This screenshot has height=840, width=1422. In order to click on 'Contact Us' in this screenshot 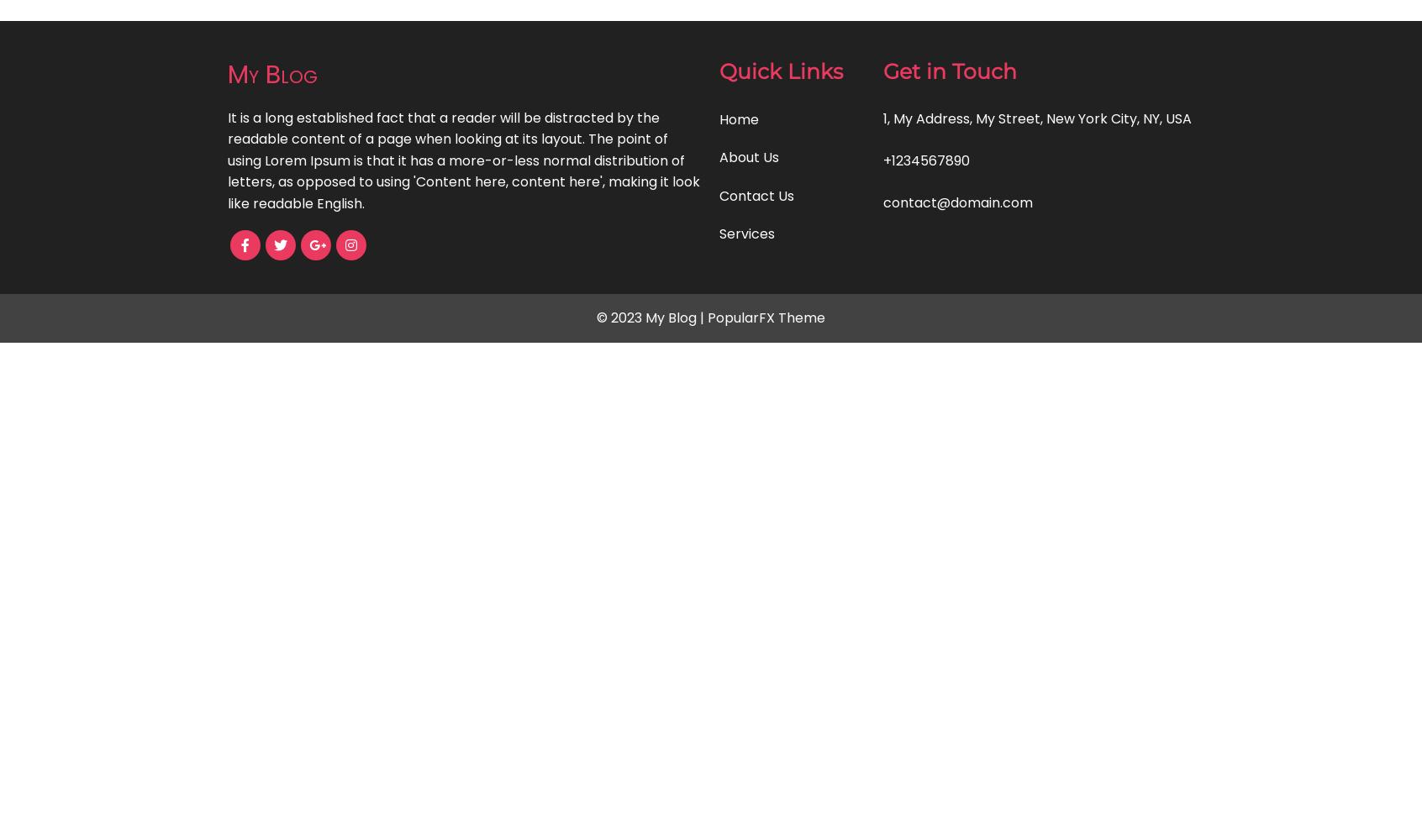, I will do `click(718, 194)`.